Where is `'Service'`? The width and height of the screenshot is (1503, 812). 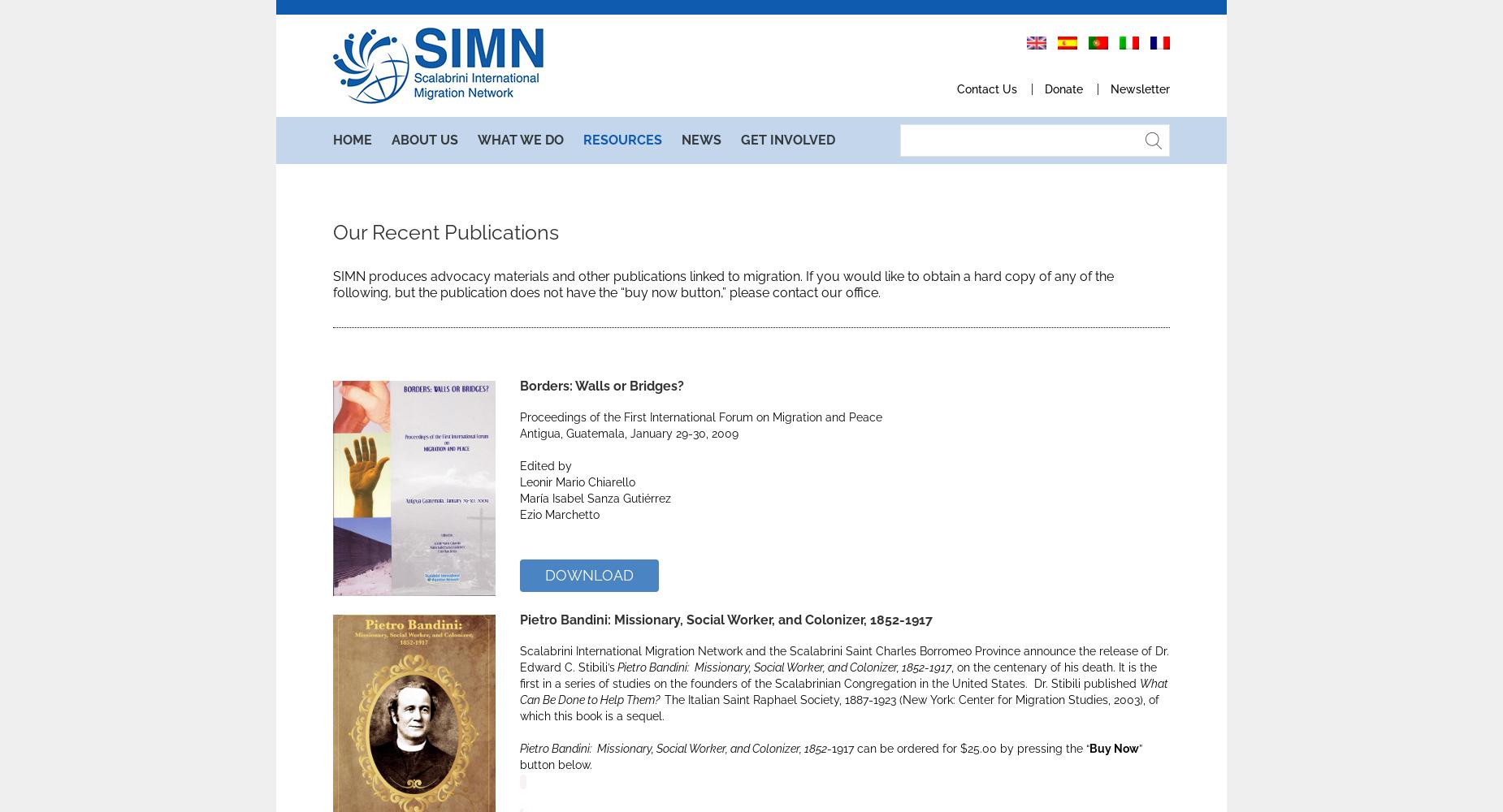 'Service' is located at coordinates (509, 197).